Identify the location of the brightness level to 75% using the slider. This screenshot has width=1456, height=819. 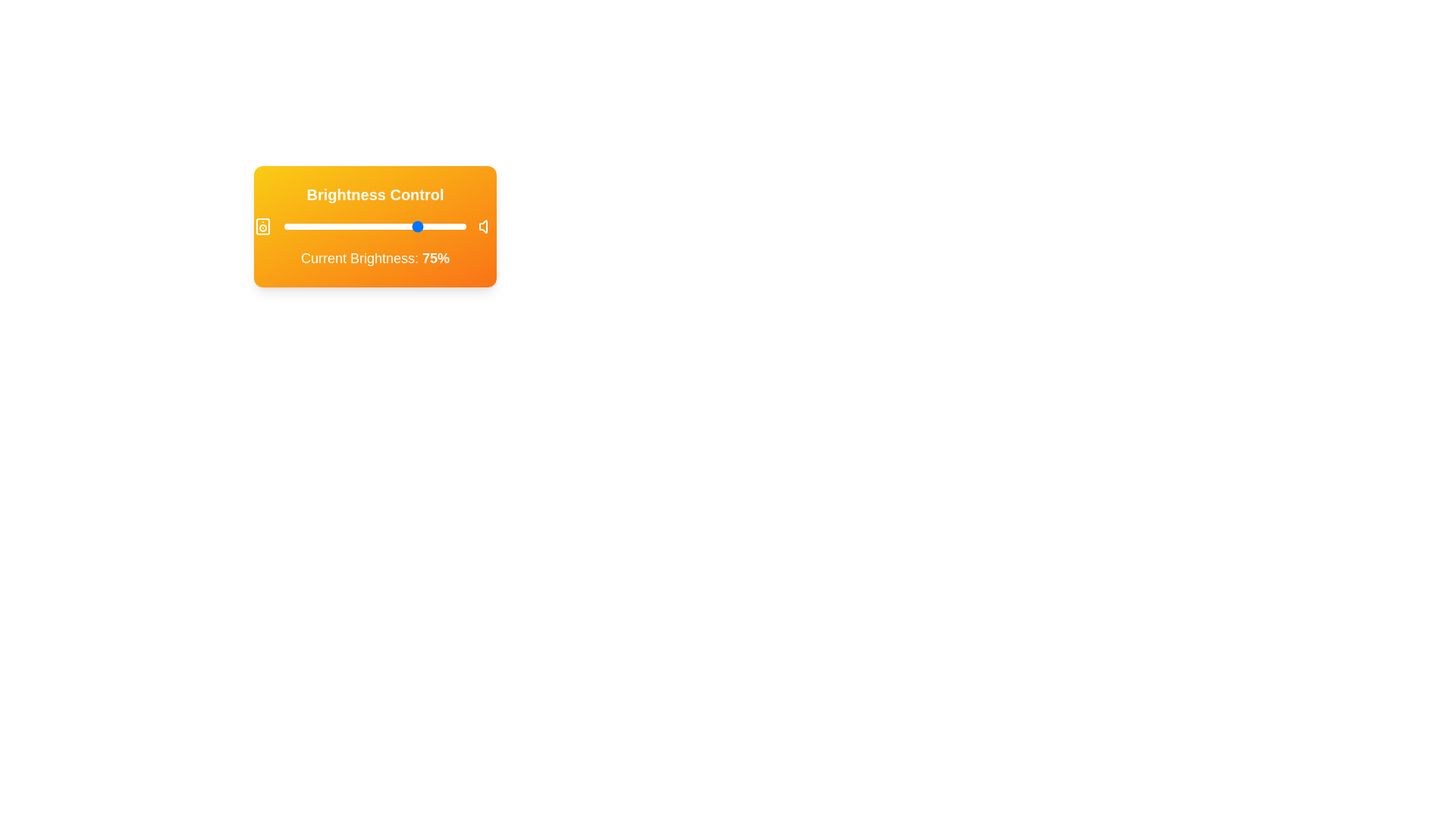
(421, 227).